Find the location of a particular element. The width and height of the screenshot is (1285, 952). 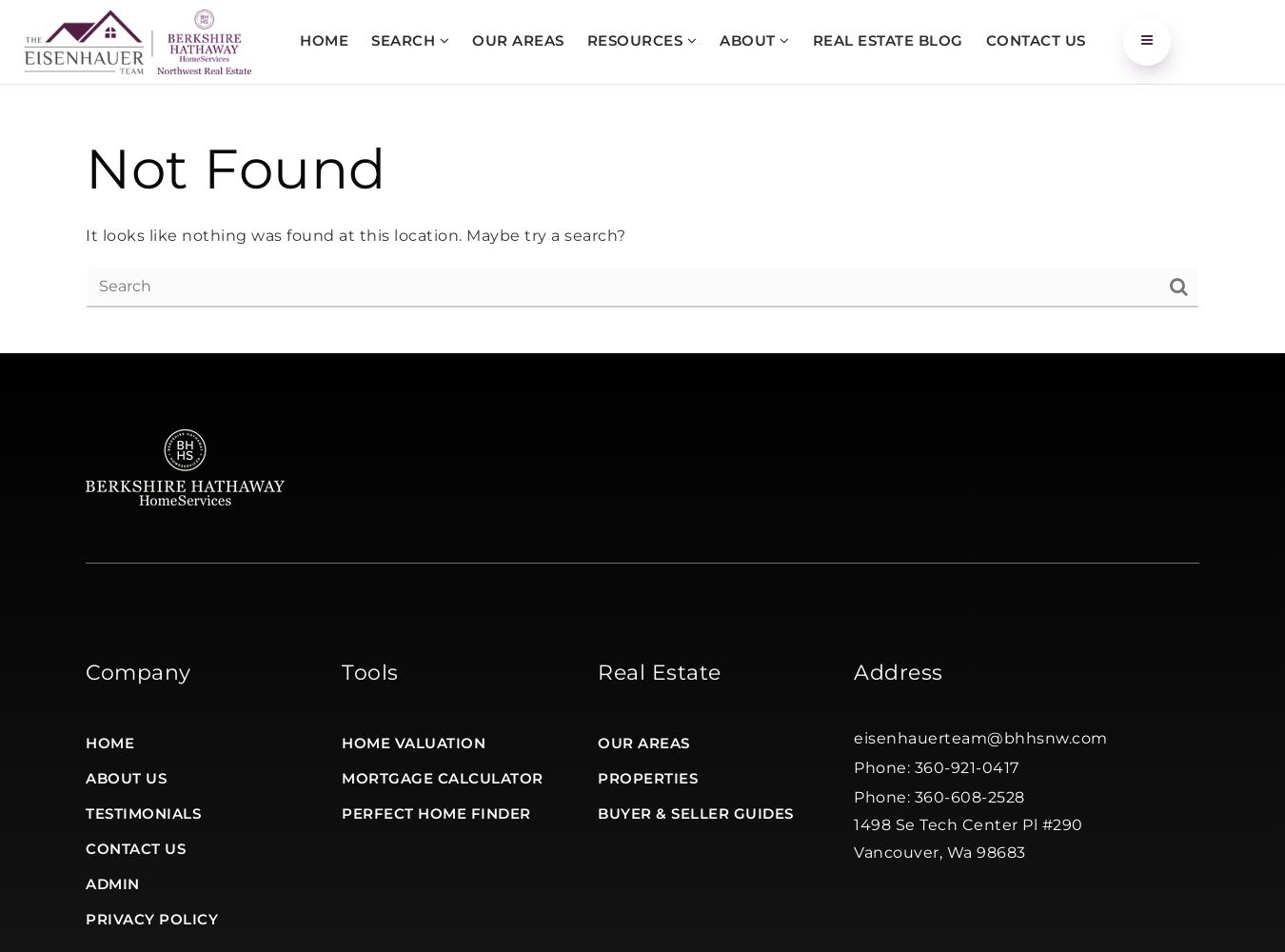

'Mortgage Calculator' is located at coordinates (441, 777).